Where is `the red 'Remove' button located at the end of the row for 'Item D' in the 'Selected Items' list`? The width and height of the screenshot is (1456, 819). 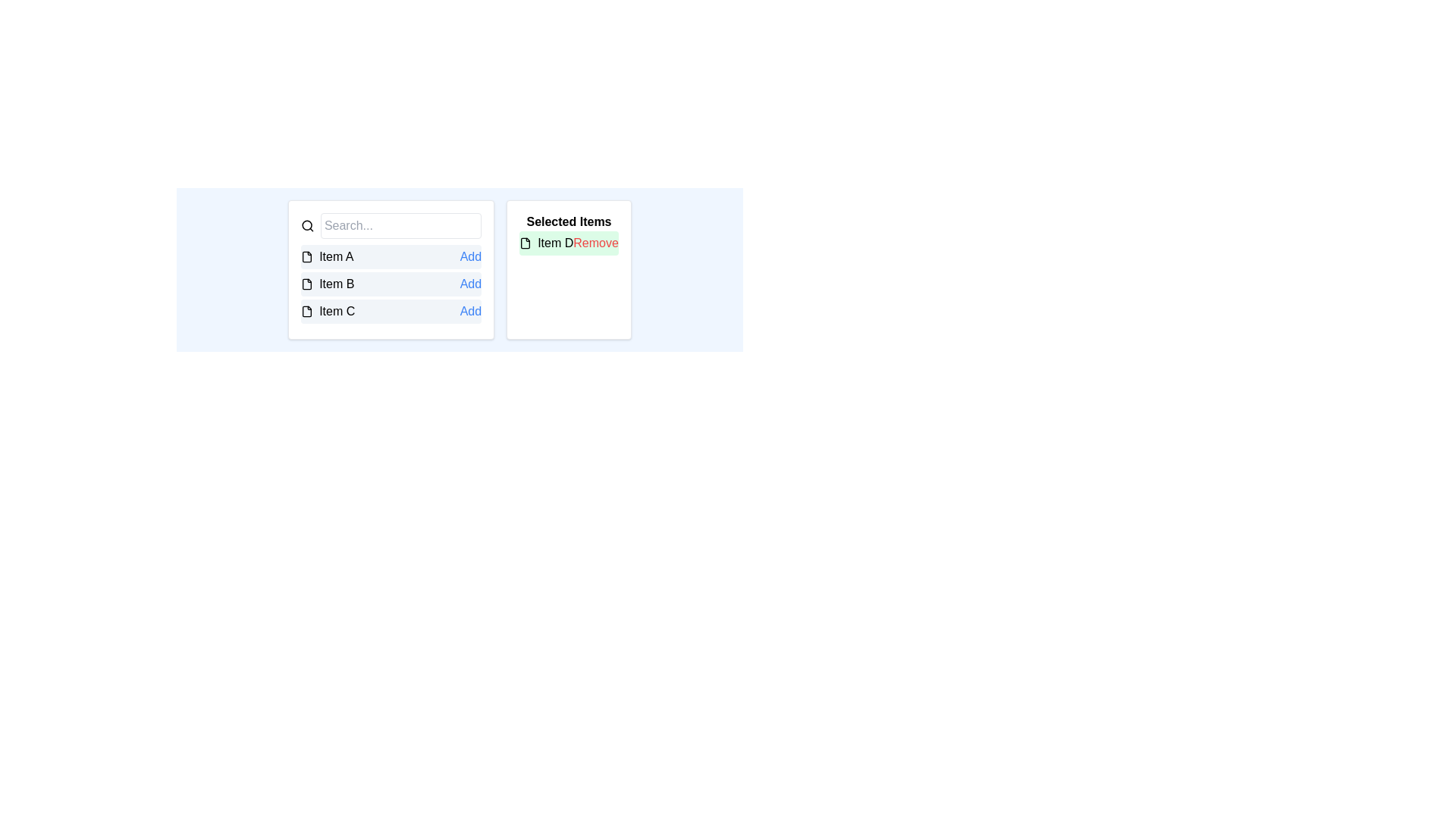
the red 'Remove' button located at the end of the row for 'Item D' in the 'Selected Items' list is located at coordinates (595, 242).